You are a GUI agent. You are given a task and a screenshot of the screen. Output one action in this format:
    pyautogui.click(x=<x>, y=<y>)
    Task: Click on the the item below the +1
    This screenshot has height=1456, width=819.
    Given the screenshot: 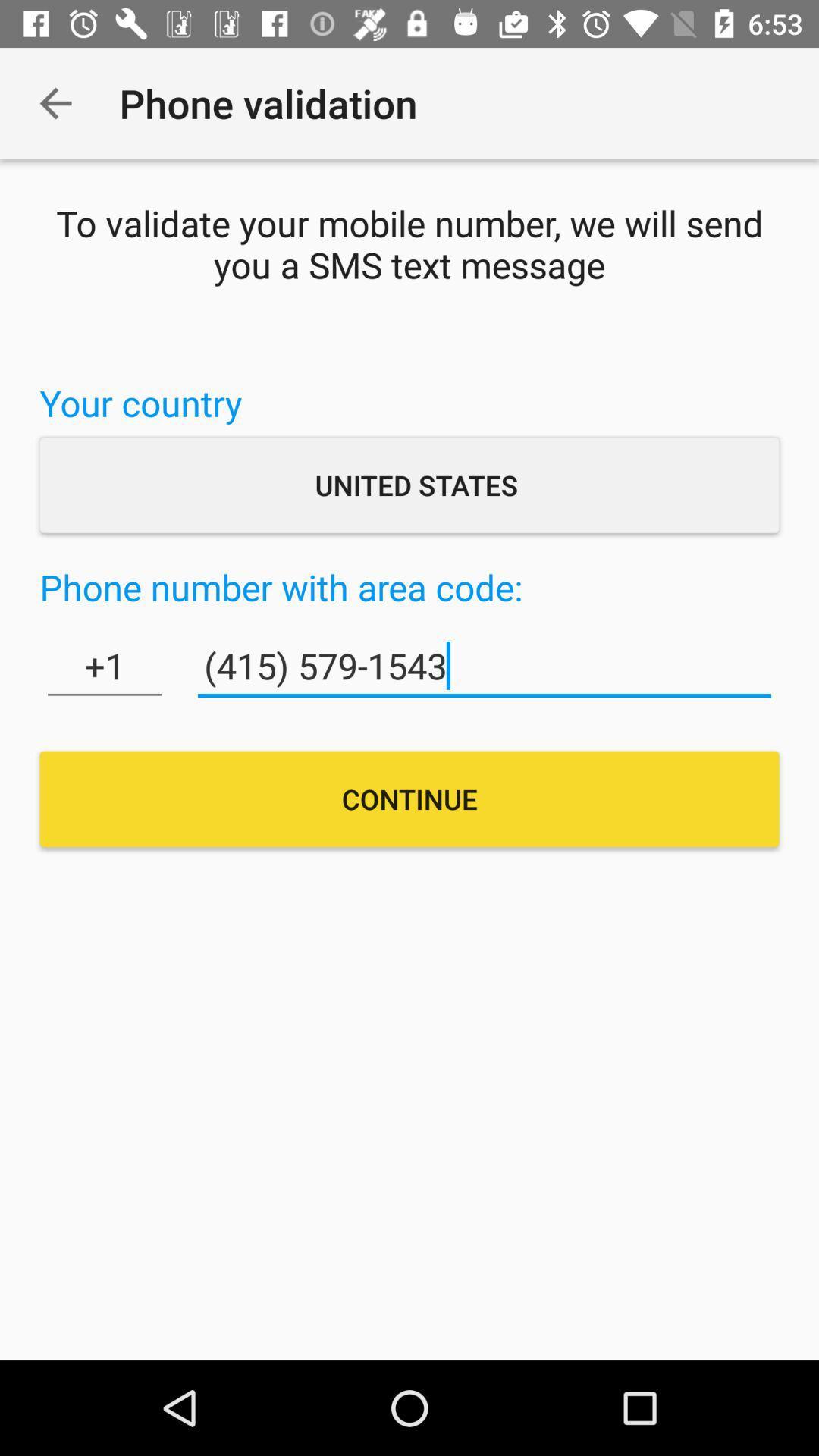 What is the action you would take?
    pyautogui.click(x=409, y=798)
    